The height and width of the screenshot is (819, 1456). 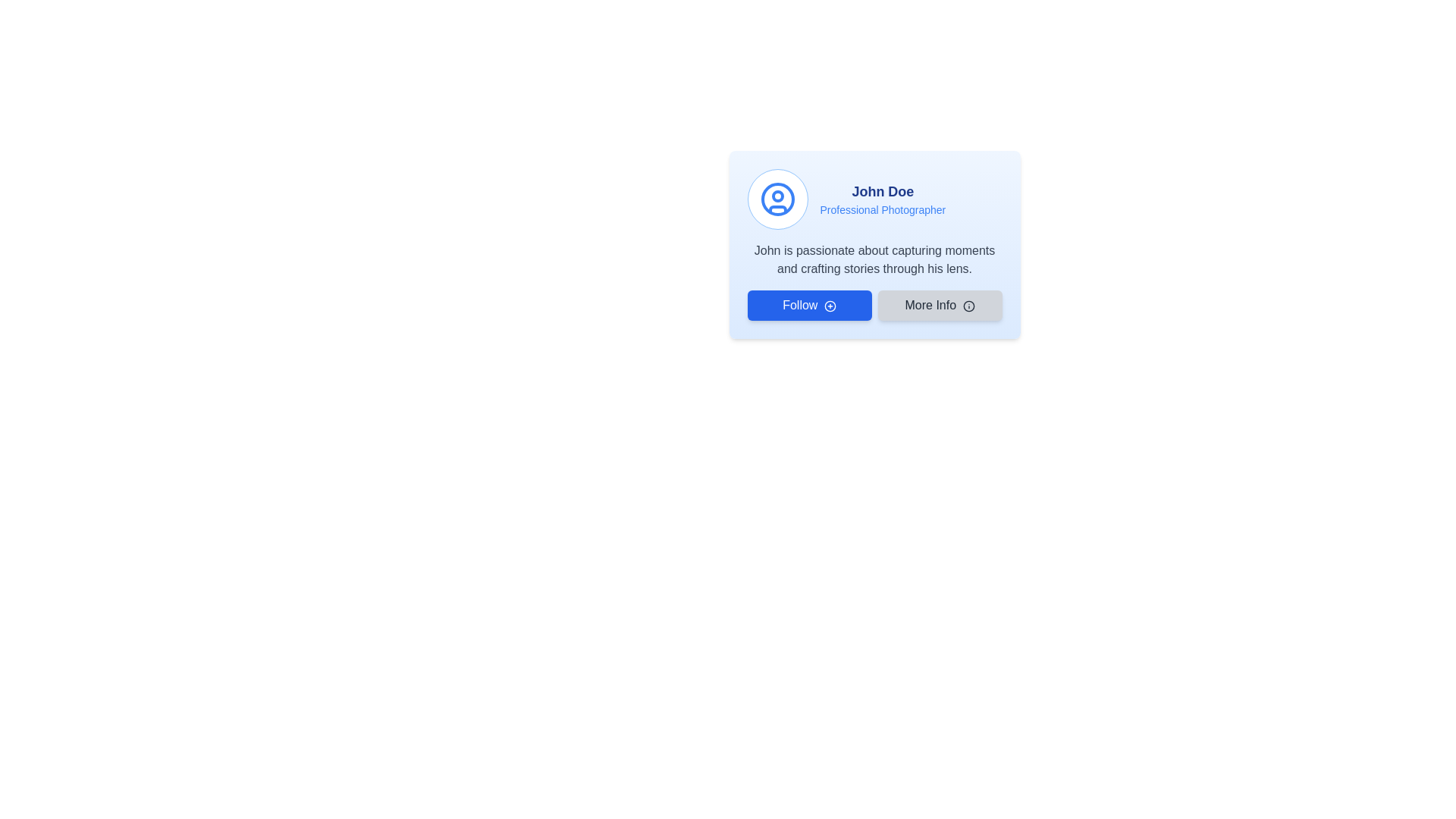 What do you see at coordinates (777, 198) in the screenshot?
I see `the circular blue ring that is part of the user profile icon located beside the name 'John Doe' and title 'Professional Photographer'` at bounding box center [777, 198].